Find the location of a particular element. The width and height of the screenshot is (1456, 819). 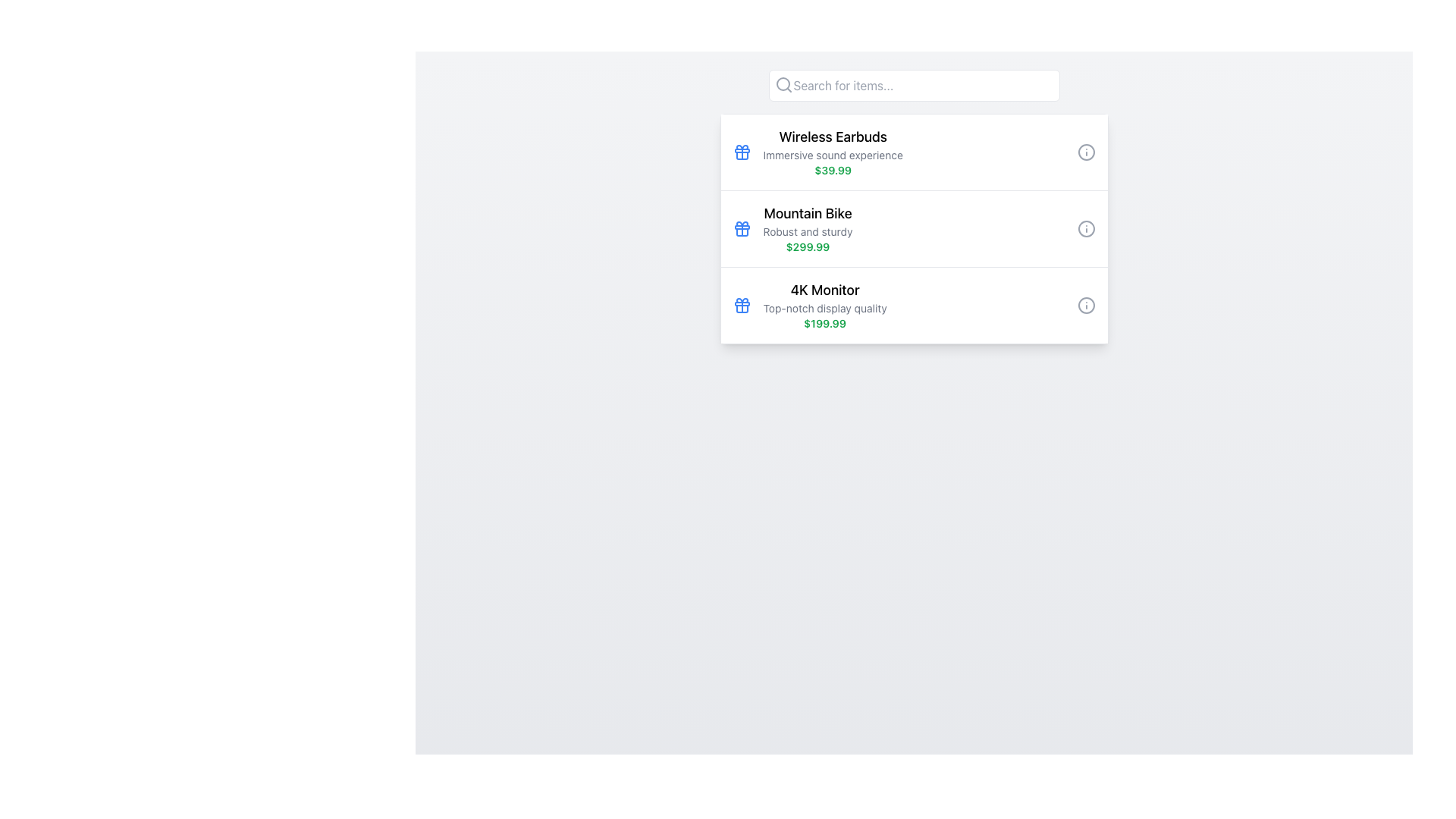

text from the Text Label displaying 'Mountain Bike', which includes the lines 'Robust and sturdy' and the price '$299.99'. This element is the second item in a vertical list of product information cards is located at coordinates (807, 228).